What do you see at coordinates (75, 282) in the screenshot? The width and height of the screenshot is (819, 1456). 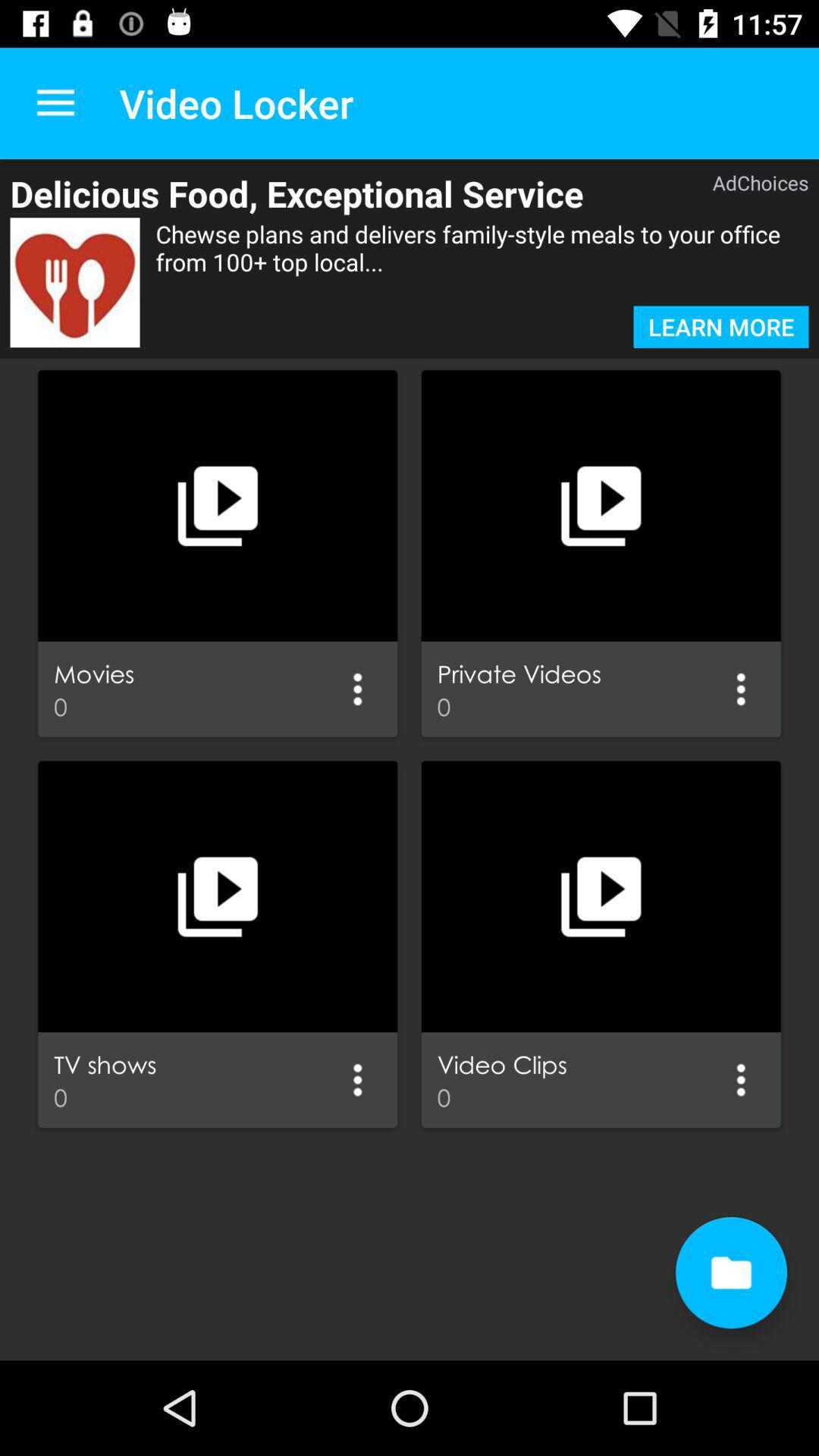 I see `item below the delicious food exceptional item` at bounding box center [75, 282].